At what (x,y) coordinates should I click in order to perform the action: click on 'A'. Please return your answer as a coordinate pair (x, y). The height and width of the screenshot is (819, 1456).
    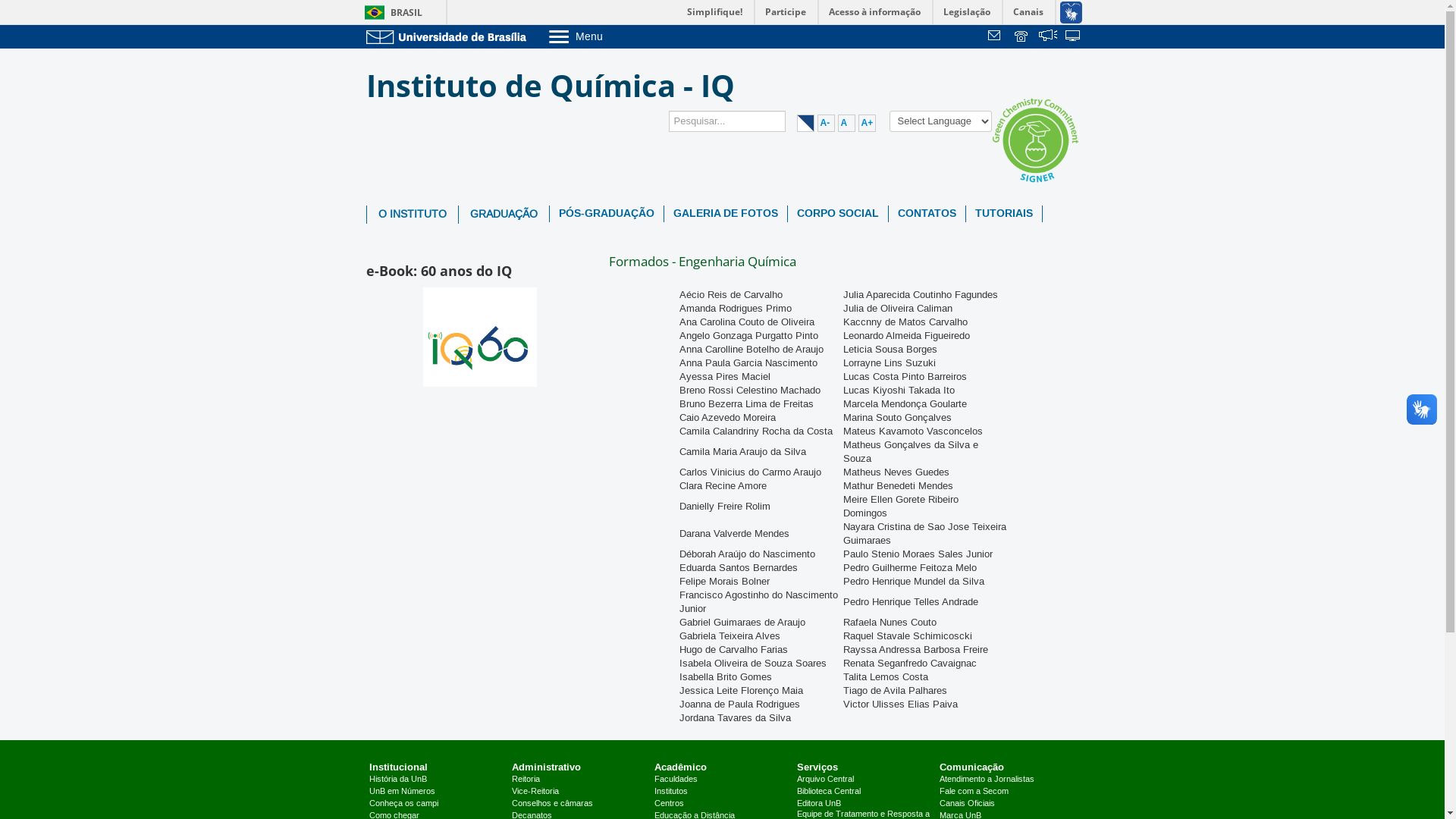
    Looking at the image, I should click on (845, 122).